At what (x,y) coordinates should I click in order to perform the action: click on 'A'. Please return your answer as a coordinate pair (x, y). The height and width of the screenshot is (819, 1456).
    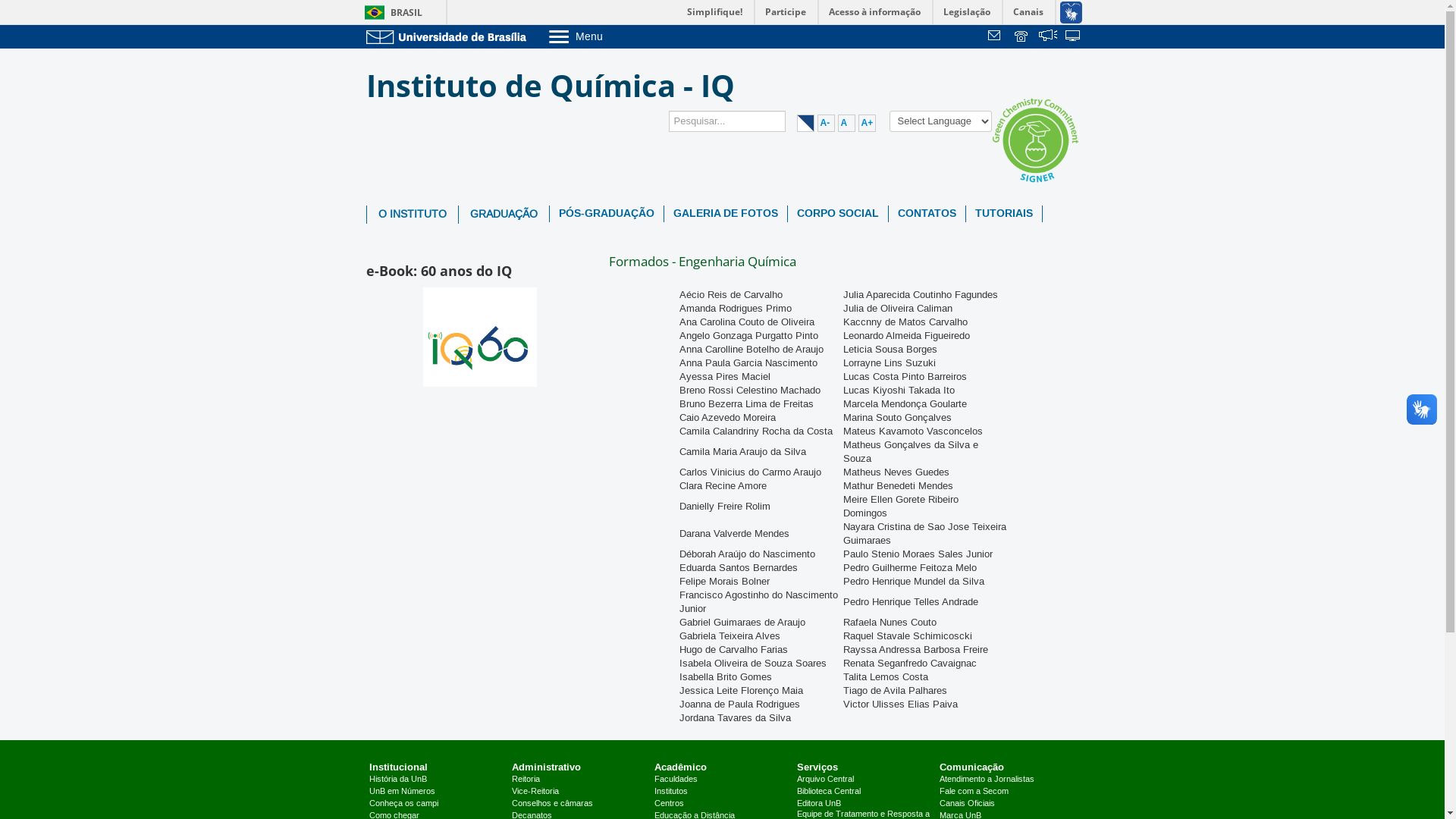
    Looking at the image, I should click on (845, 122).